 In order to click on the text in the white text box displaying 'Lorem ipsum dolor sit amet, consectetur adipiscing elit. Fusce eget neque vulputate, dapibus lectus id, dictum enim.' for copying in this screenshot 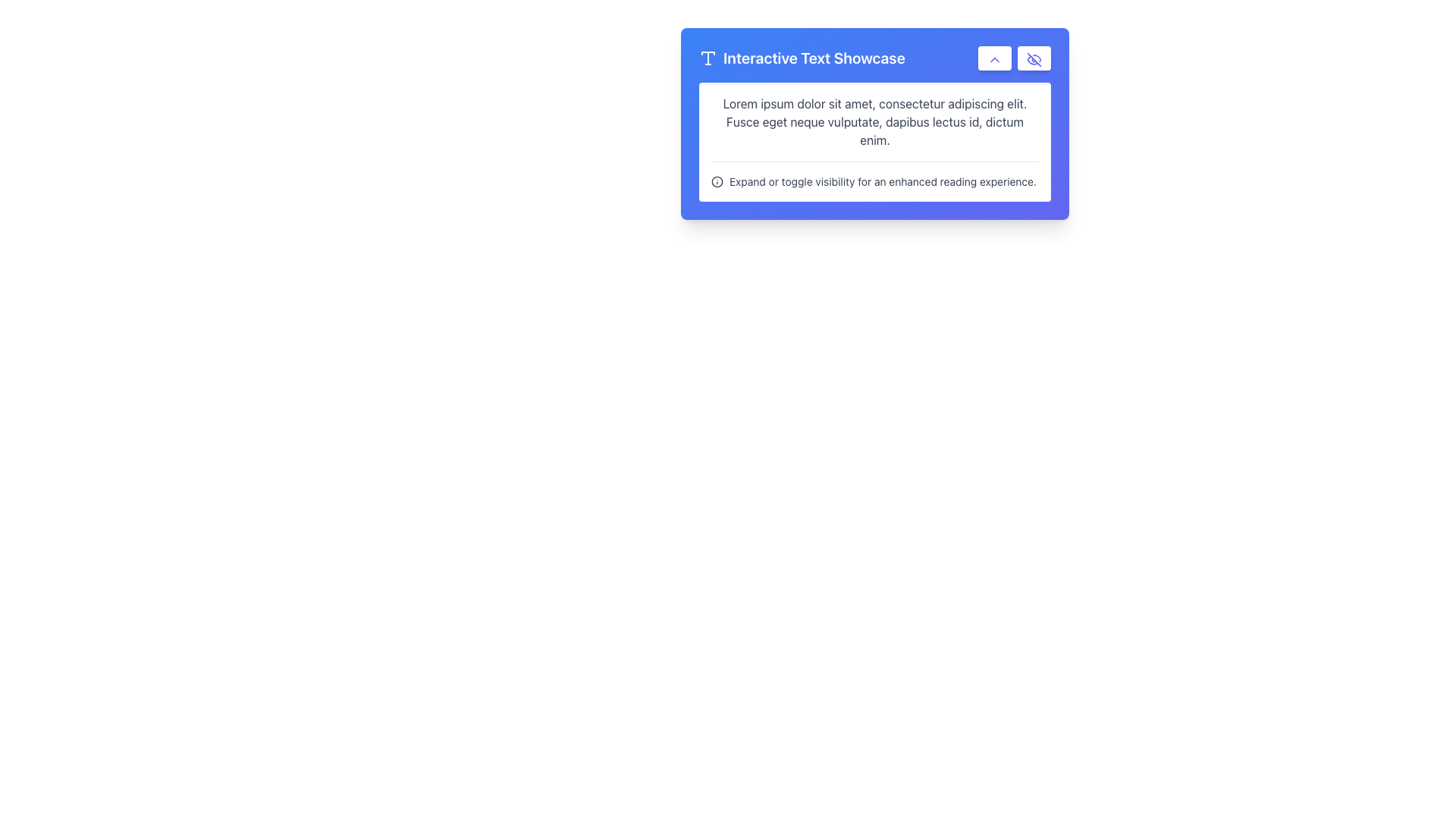, I will do `click(874, 142)`.